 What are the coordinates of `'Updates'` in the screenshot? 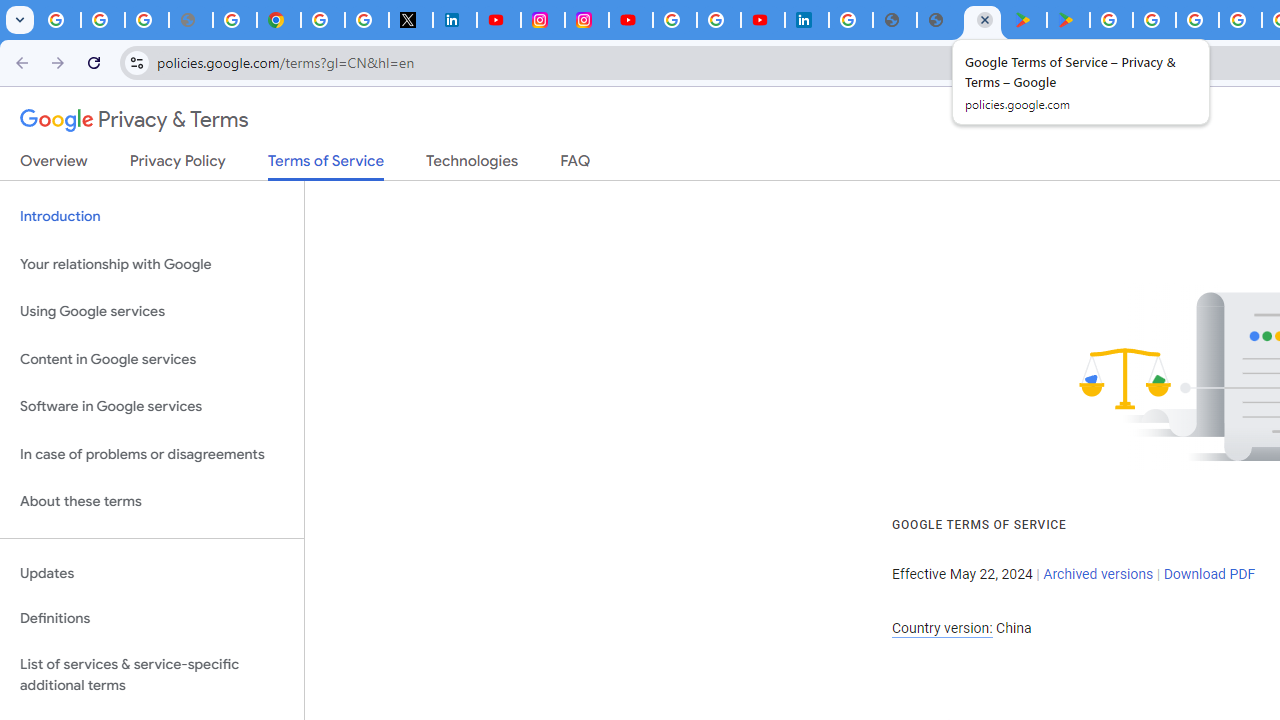 It's located at (151, 573).